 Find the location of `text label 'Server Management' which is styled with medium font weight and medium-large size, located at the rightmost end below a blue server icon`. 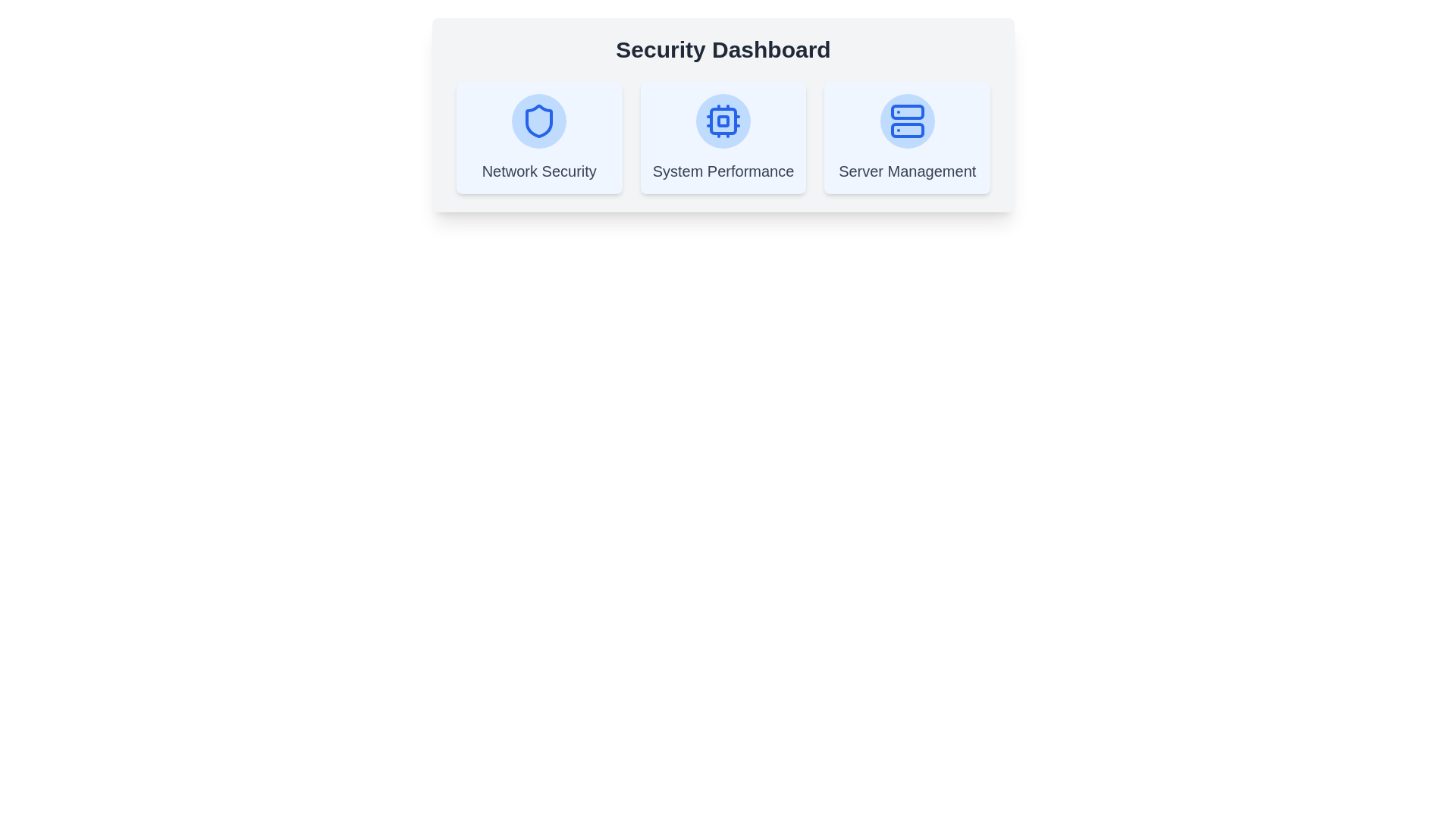

text label 'Server Management' which is styled with medium font weight and medium-large size, located at the rightmost end below a blue server icon is located at coordinates (907, 171).